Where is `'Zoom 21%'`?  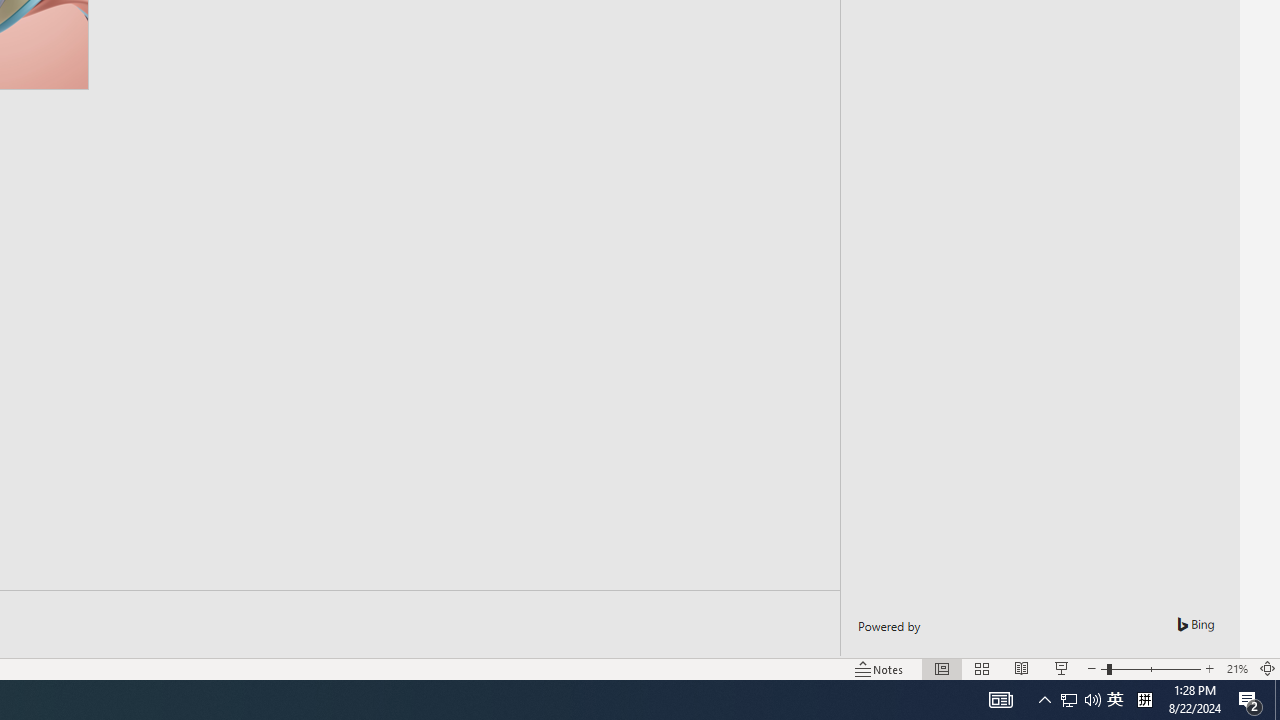 'Zoom 21%' is located at coordinates (1236, 669).